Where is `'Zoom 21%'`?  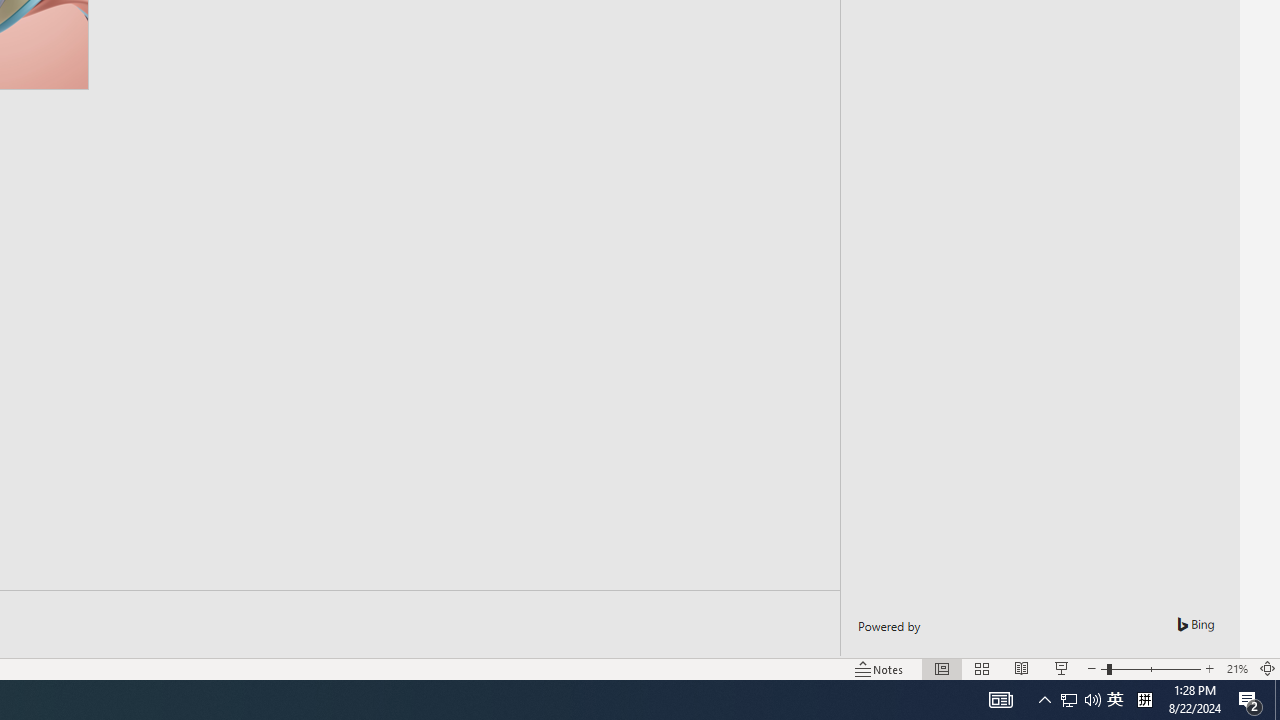 'Zoom 21%' is located at coordinates (1236, 669).